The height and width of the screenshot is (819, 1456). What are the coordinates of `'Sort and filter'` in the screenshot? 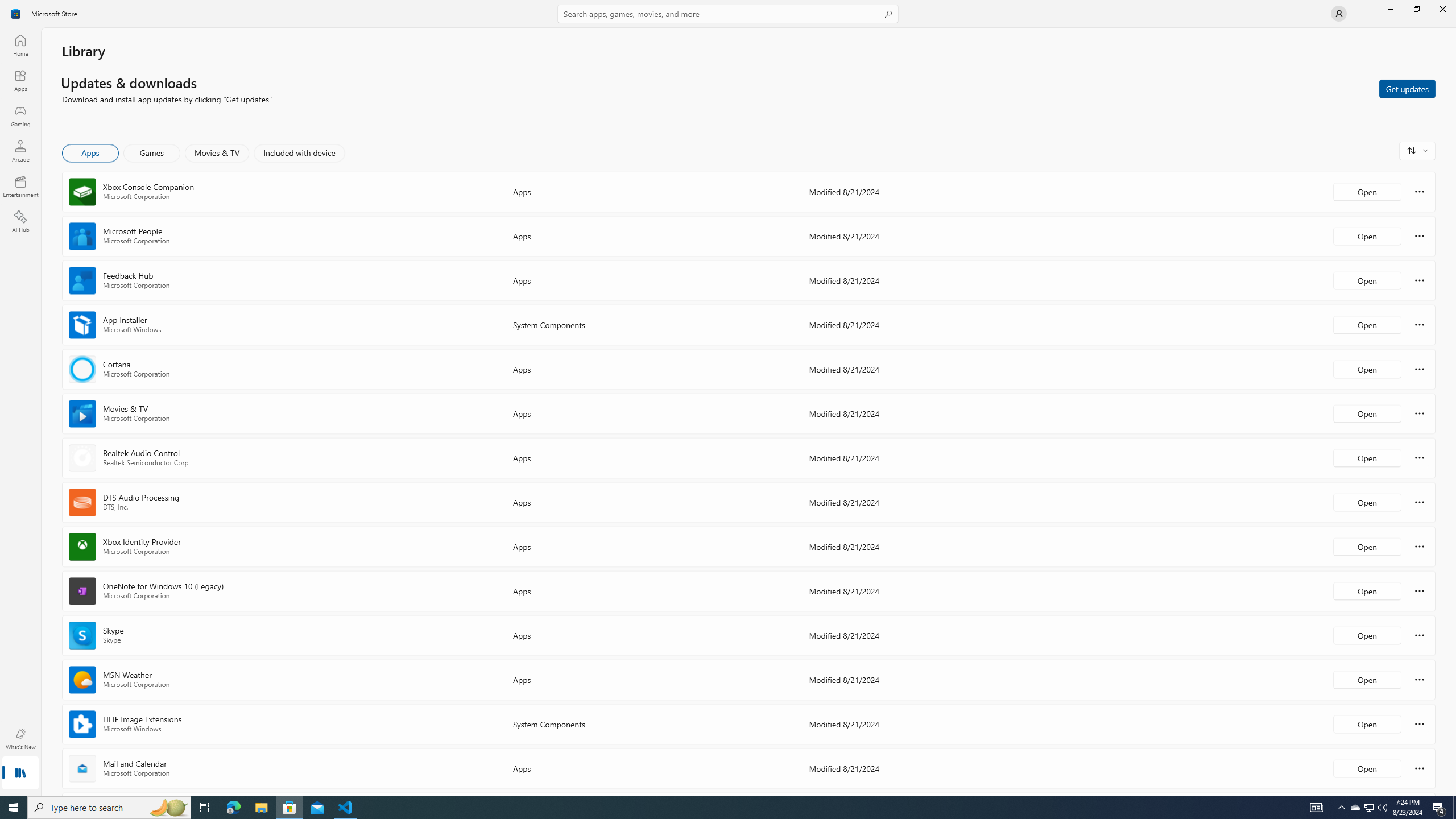 It's located at (1417, 150).